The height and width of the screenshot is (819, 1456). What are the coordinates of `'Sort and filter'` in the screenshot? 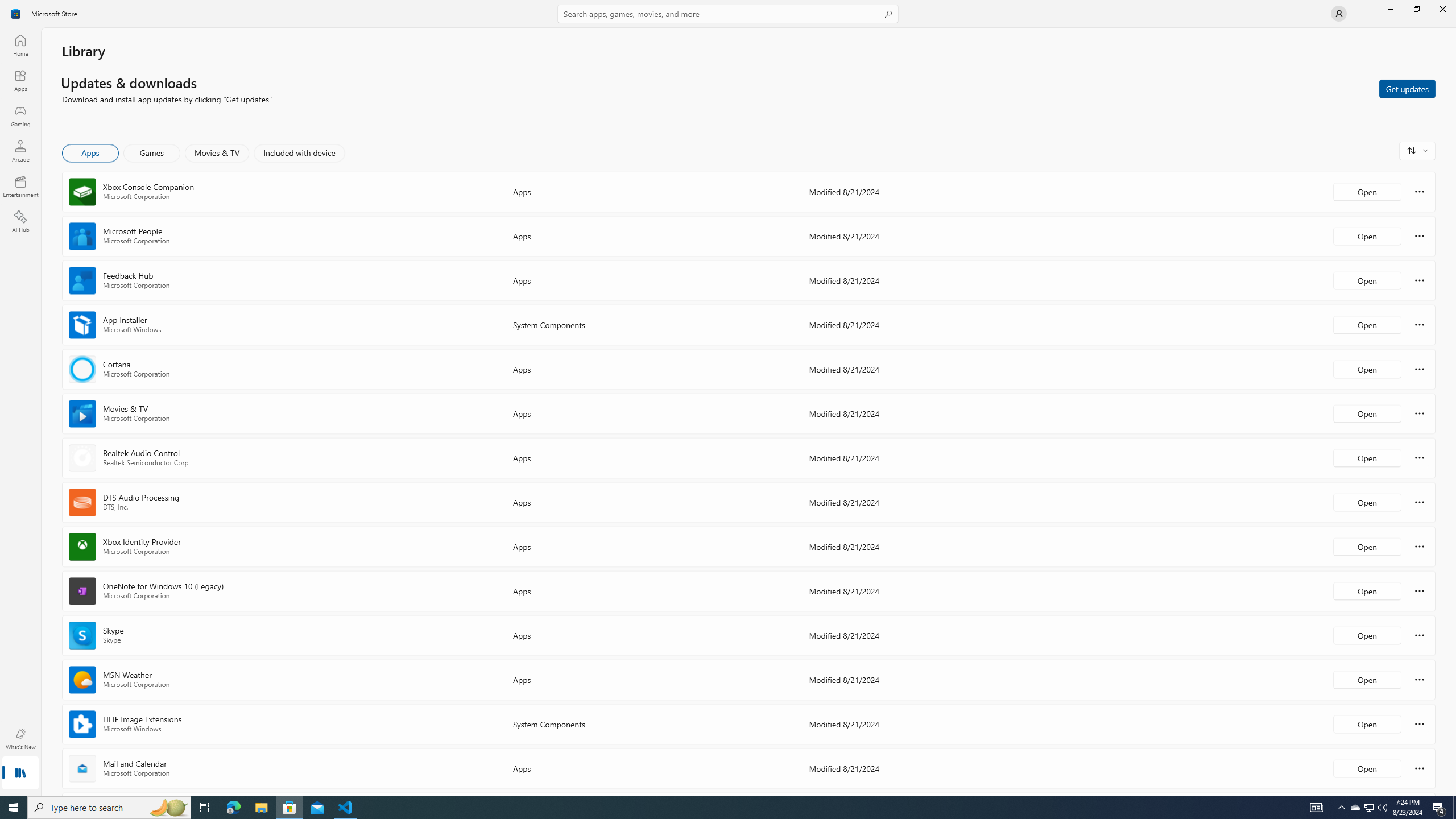 It's located at (1417, 150).